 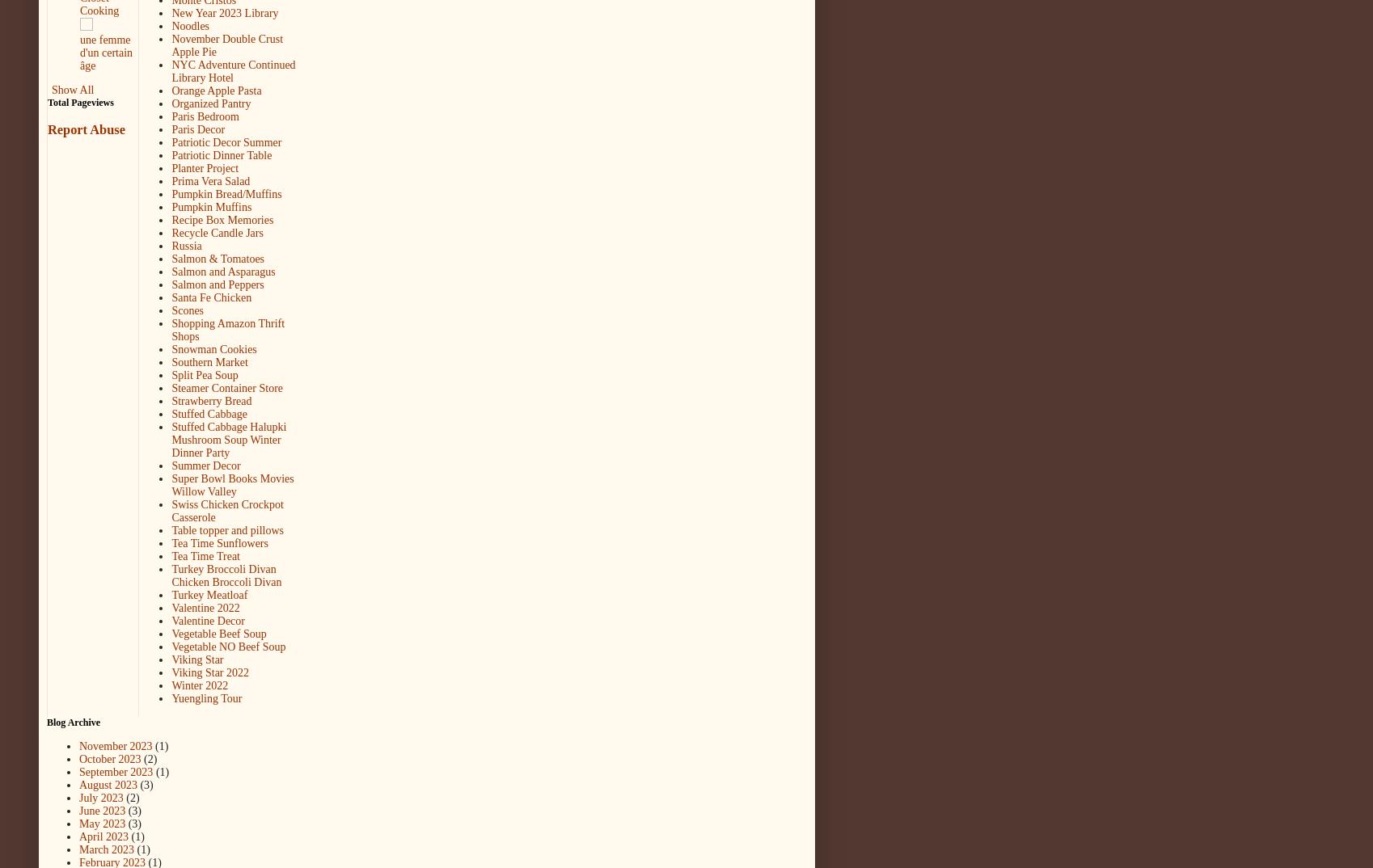 I want to click on 'May 2023', so click(x=101, y=823).